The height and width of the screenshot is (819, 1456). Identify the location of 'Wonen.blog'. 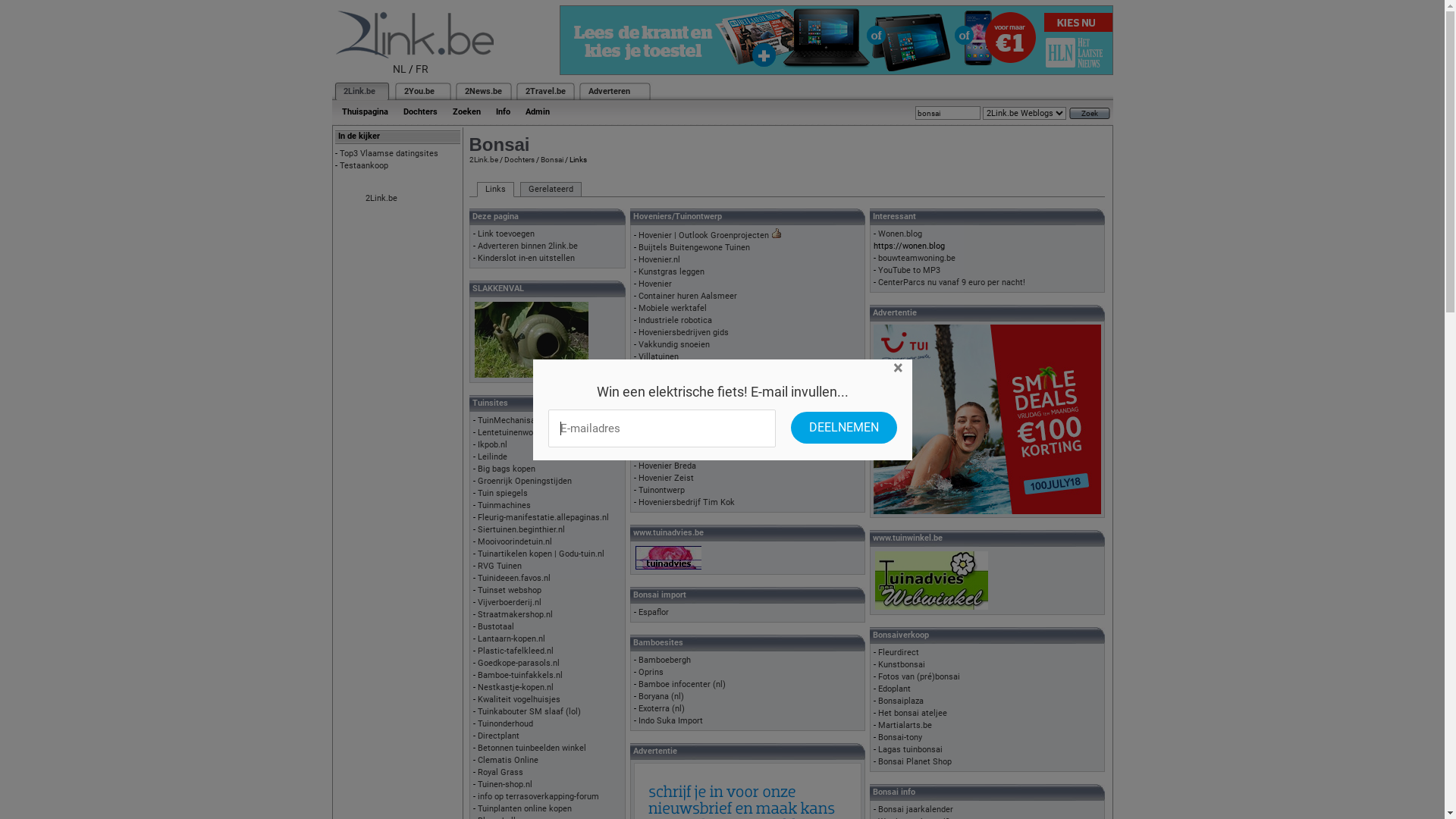
(899, 234).